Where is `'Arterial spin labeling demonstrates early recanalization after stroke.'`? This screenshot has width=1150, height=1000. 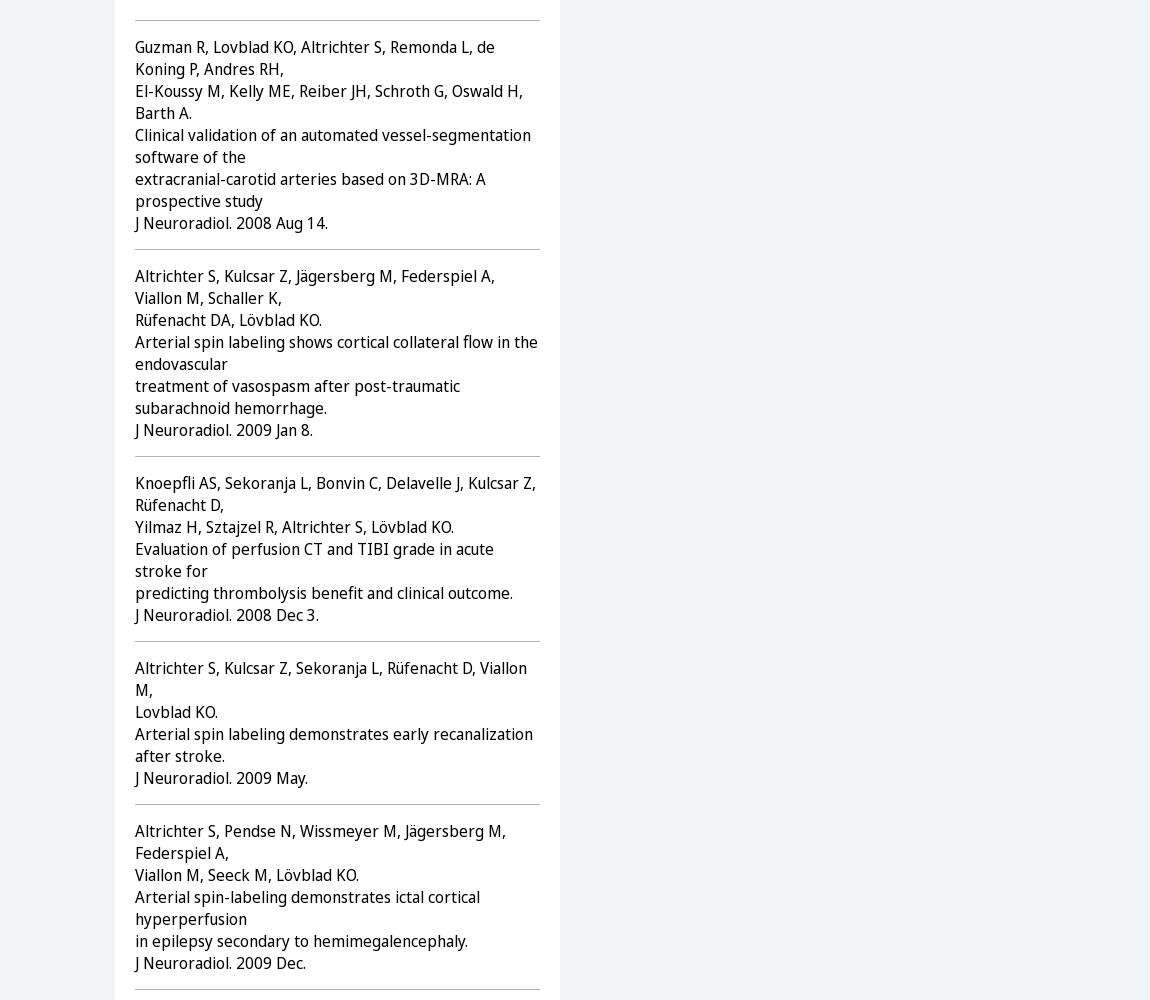 'Arterial spin labeling demonstrates early recanalization after stroke.' is located at coordinates (134, 743).